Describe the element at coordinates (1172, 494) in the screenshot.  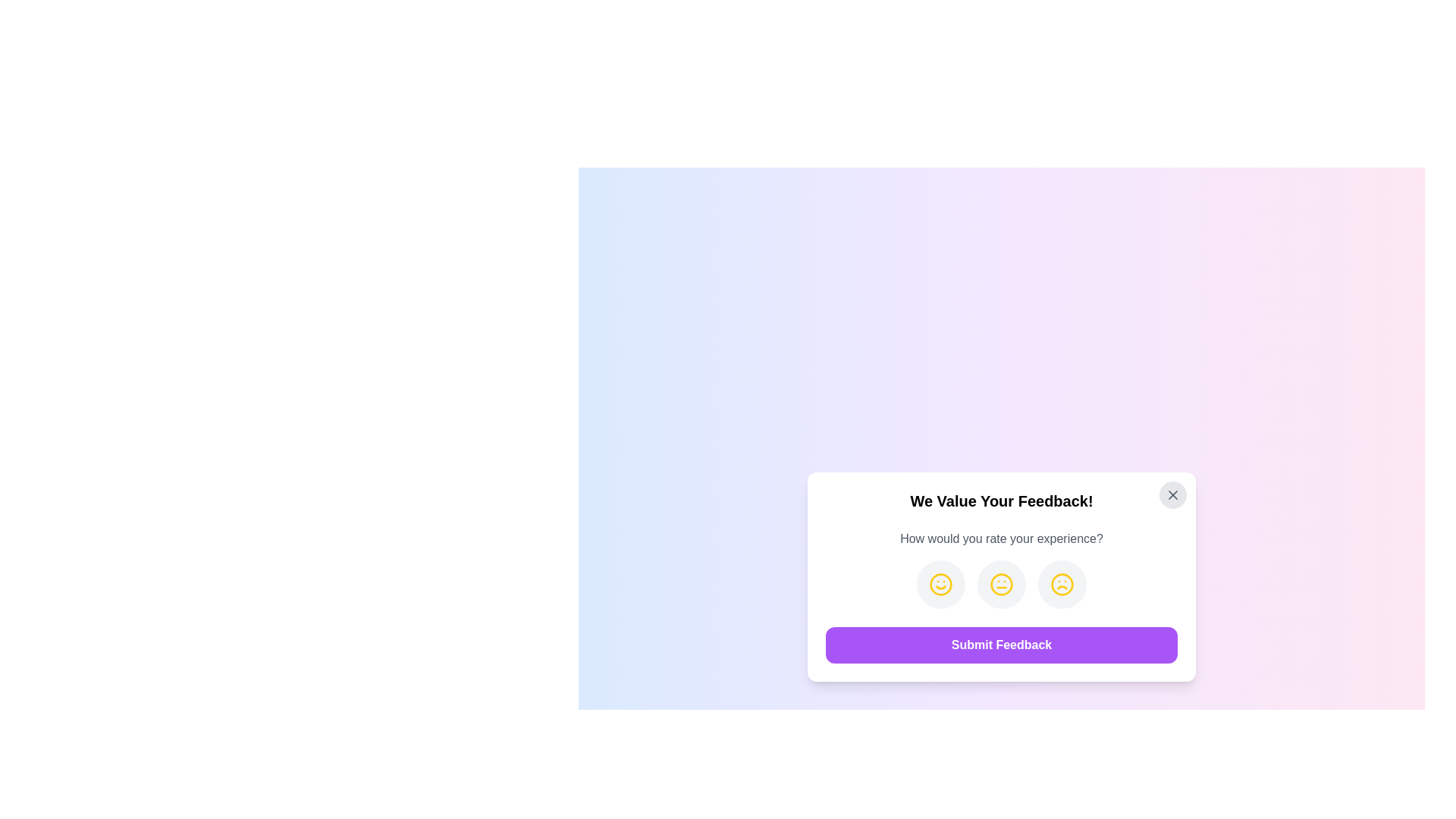
I see `the close (X) icon button located at the top-right corner of the feedback modal` at that location.